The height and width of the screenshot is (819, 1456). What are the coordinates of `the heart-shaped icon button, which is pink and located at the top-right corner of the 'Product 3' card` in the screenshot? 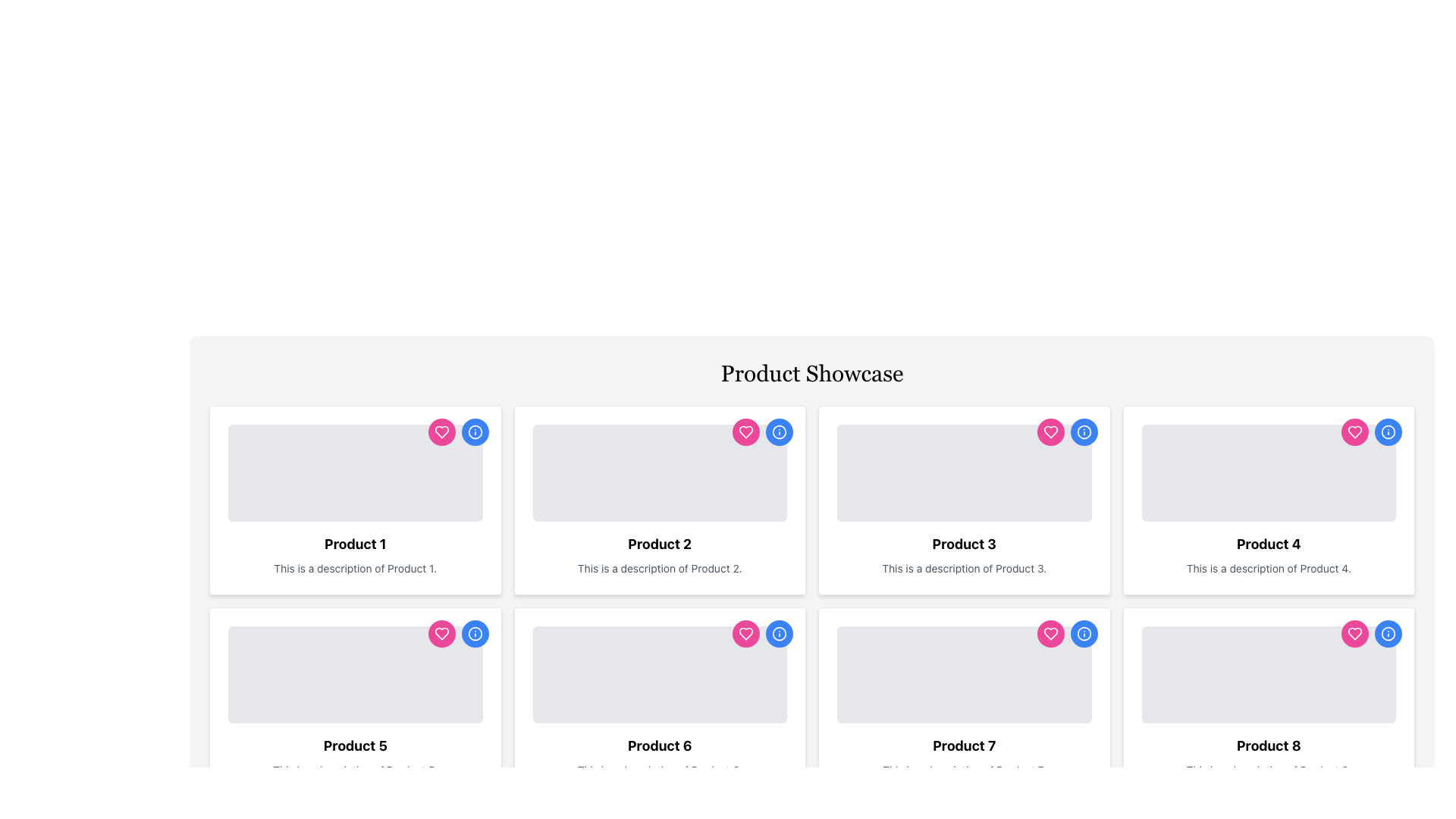 It's located at (1050, 432).